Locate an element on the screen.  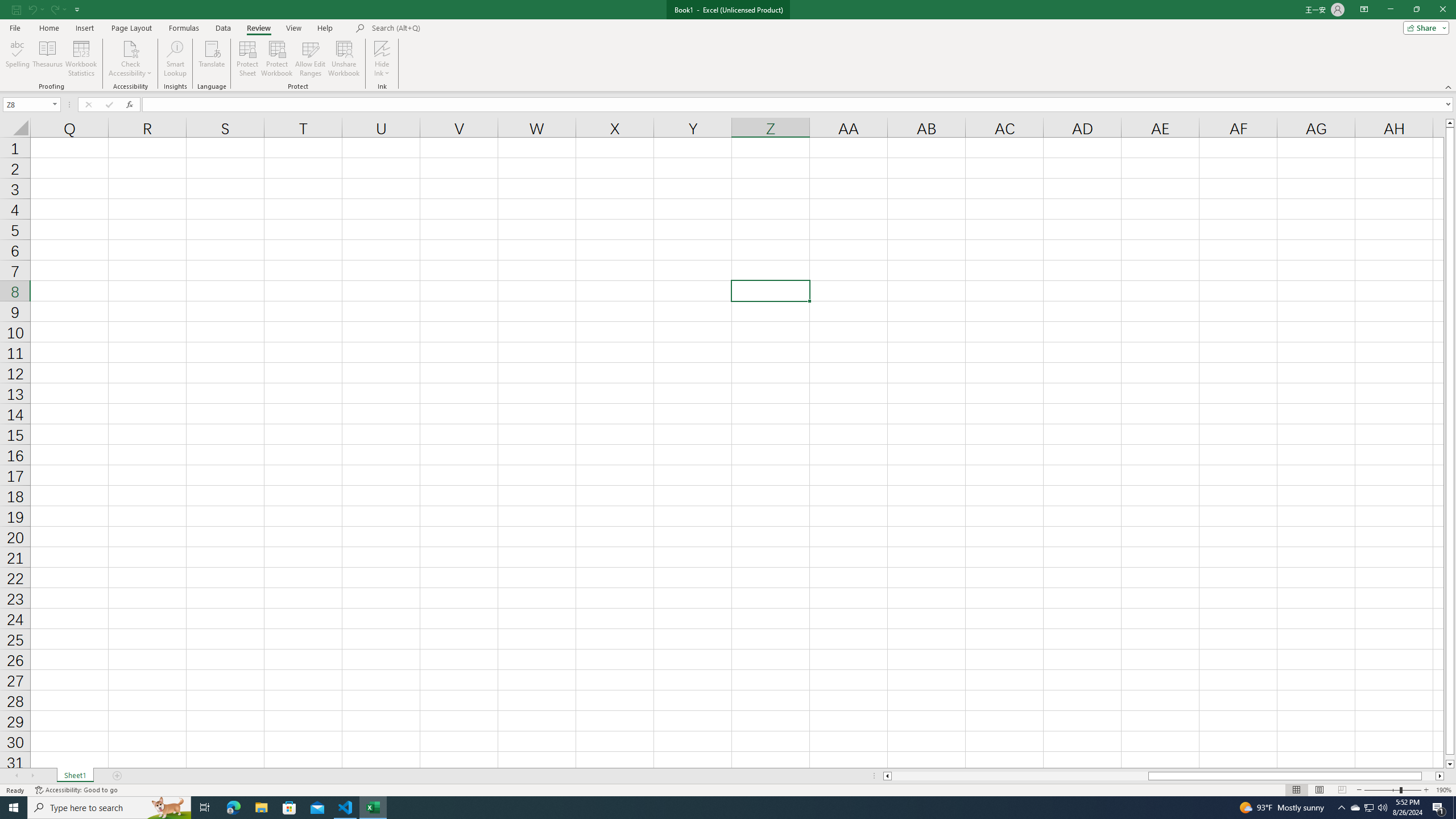
'Page left' is located at coordinates (1020, 775).